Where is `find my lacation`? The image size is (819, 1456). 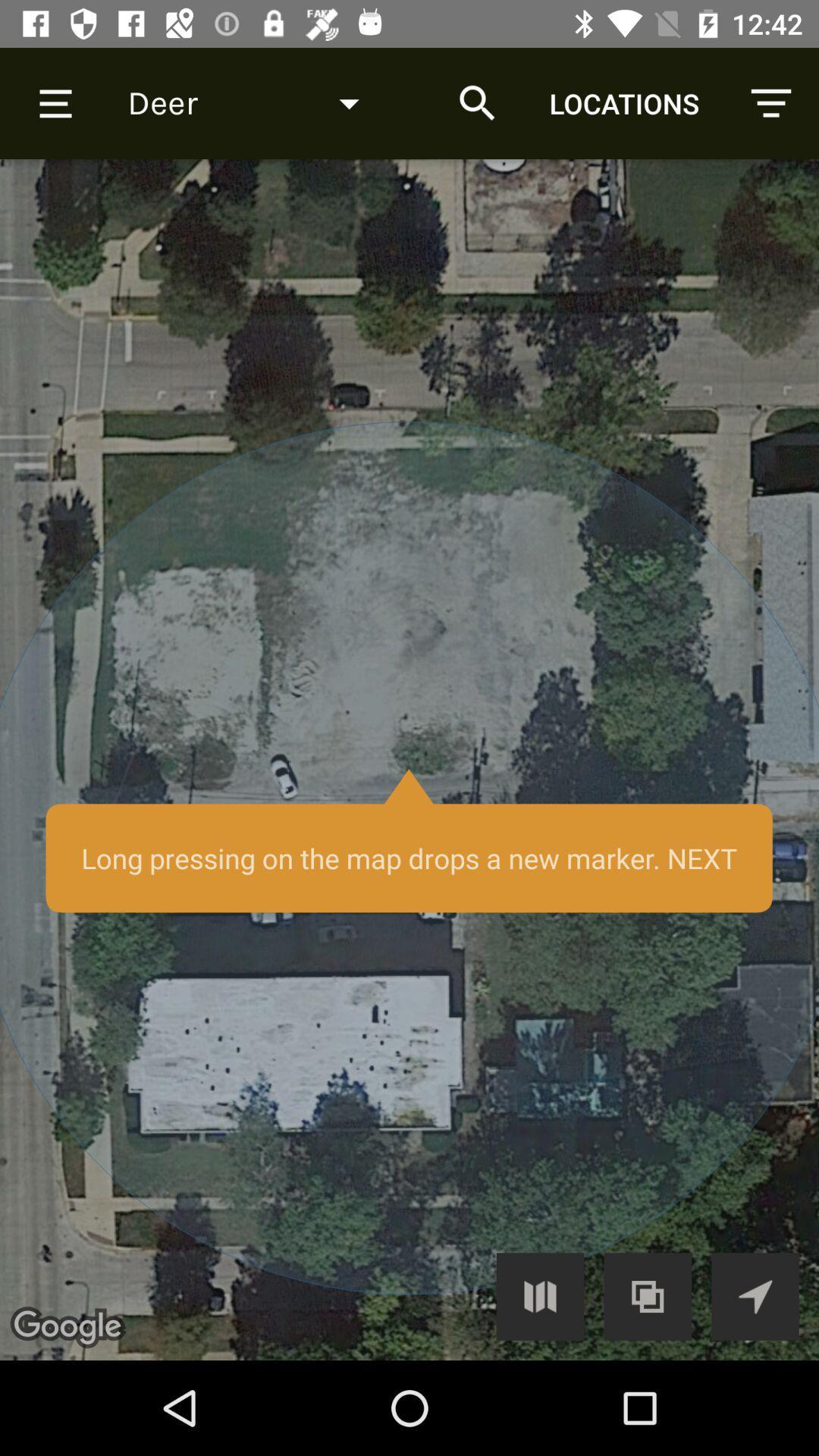 find my lacation is located at coordinates (755, 1295).